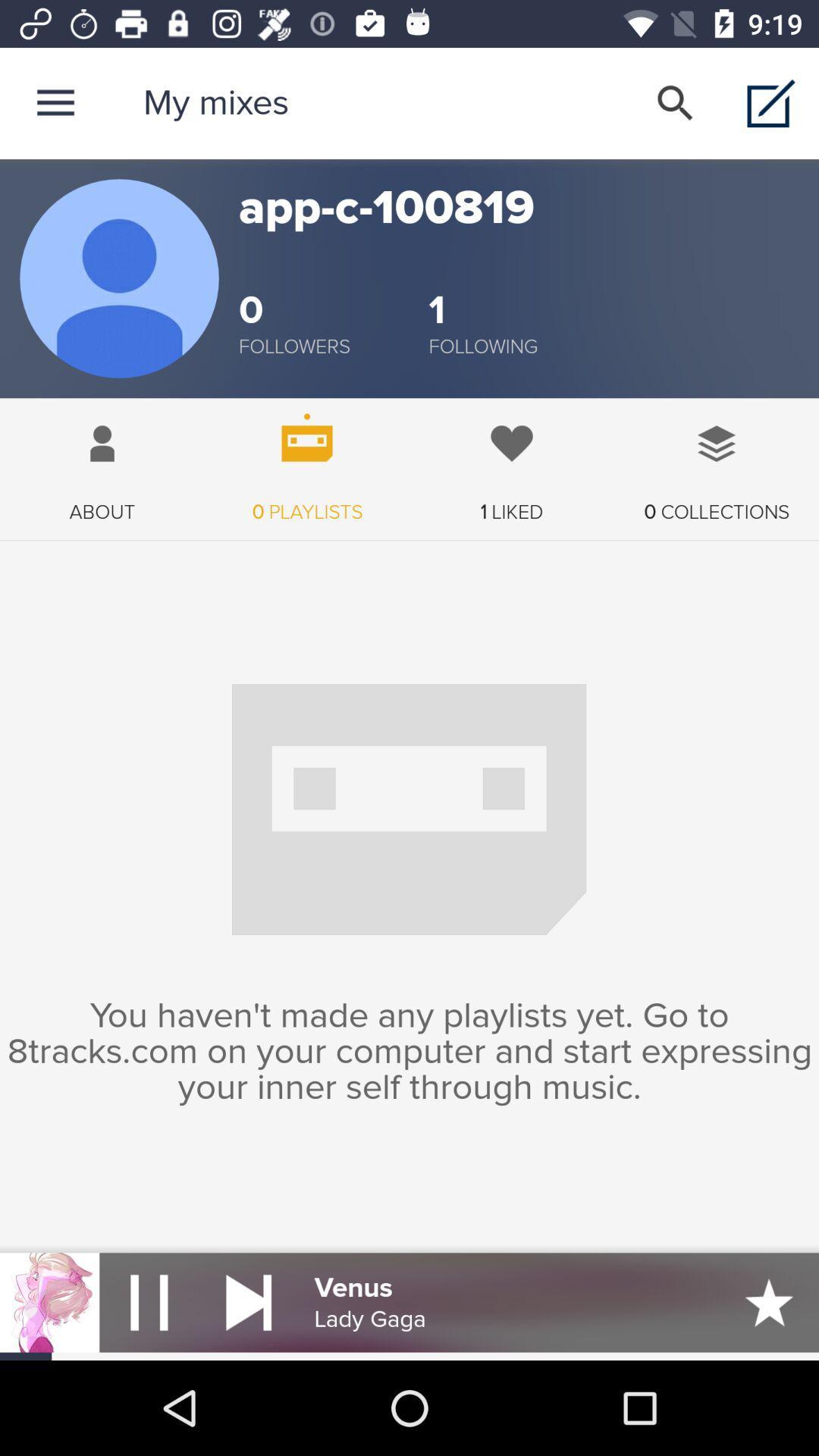 This screenshot has height=1456, width=819. Describe the element at coordinates (102, 460) in the screenshot. I see `icon next to the 0 playlists app` at that location.